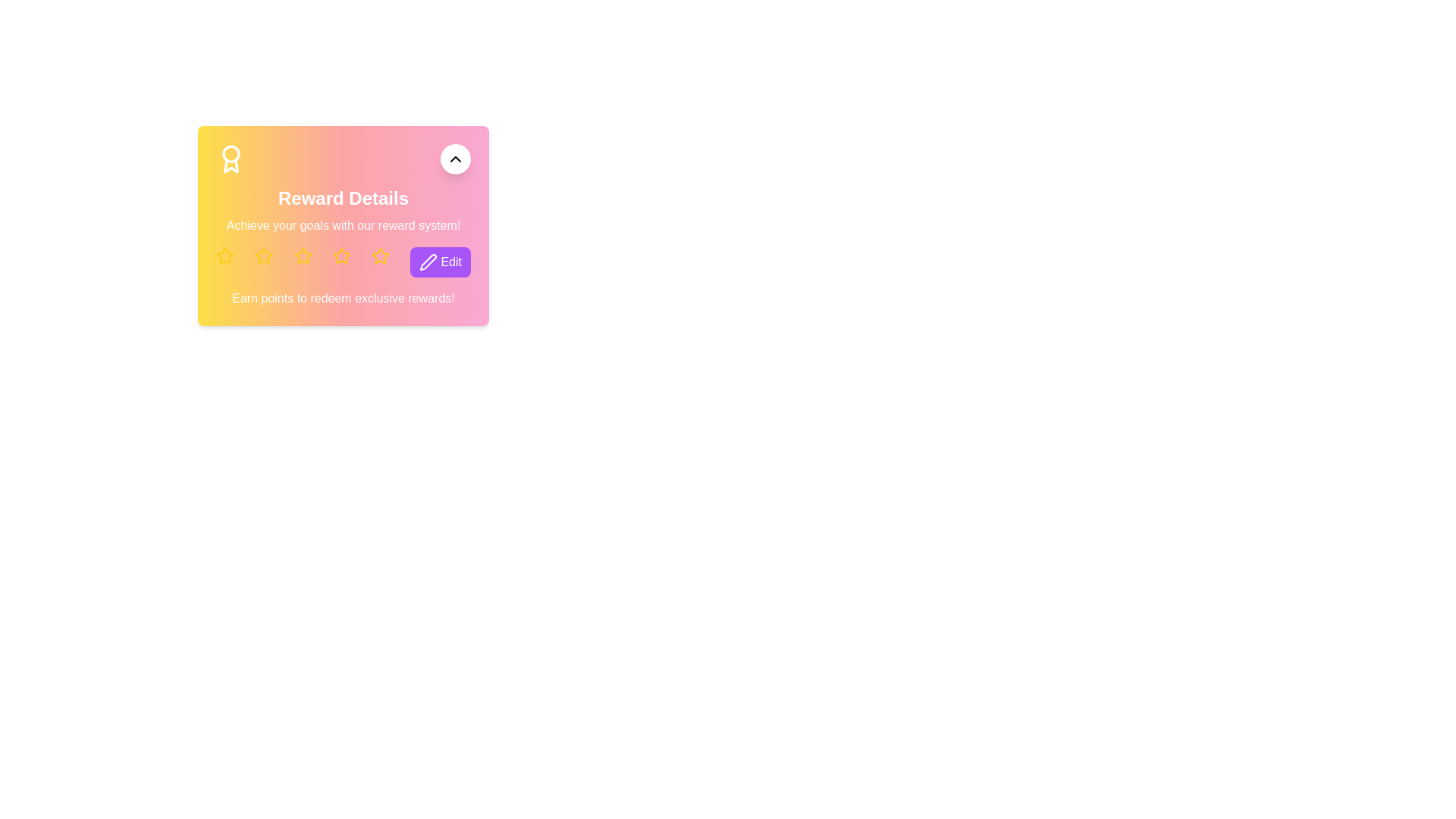  What do you see at coordinates (303, 256) in the screenshot?
I see `the third yellow star icon in the 'Reward Details' card` at bounding box center [303, 256].